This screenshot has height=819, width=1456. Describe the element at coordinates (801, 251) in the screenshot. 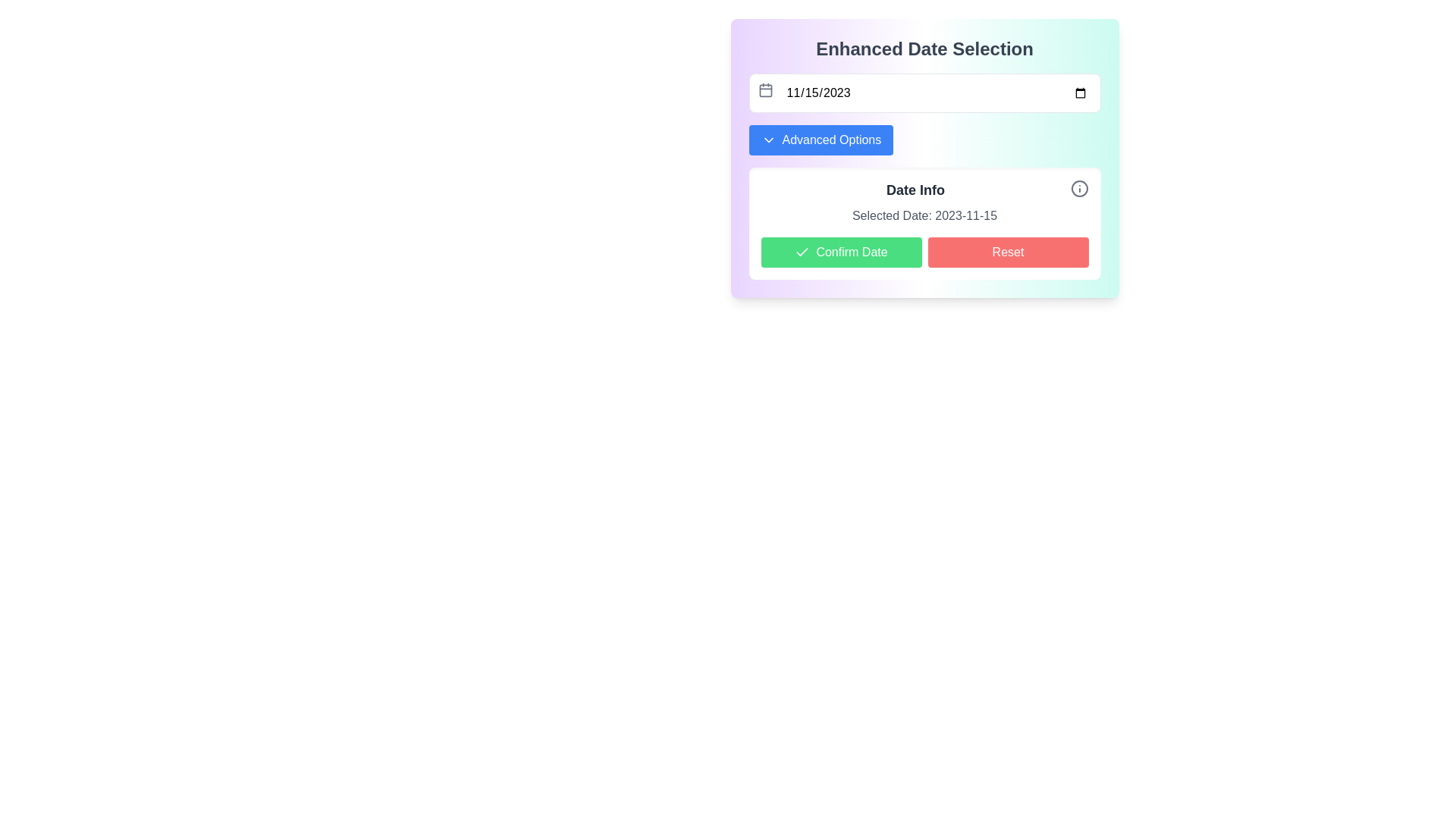

I see `the icon within the green button labeled 'Confirm Date' located in the 'Date Info' section` at that location.